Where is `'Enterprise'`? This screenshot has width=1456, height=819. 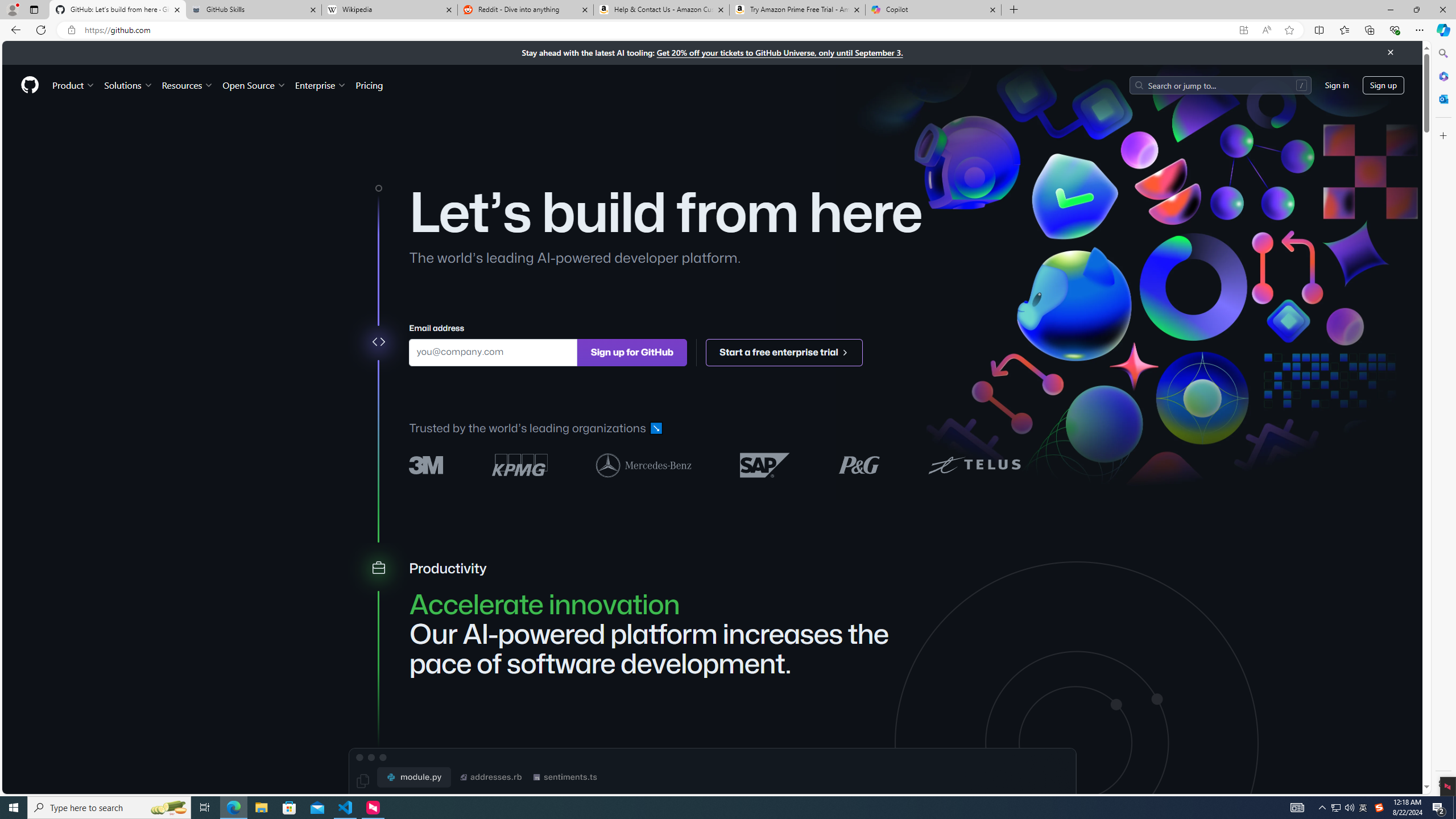
'Enterprise' is located at coordinates (320, 85).